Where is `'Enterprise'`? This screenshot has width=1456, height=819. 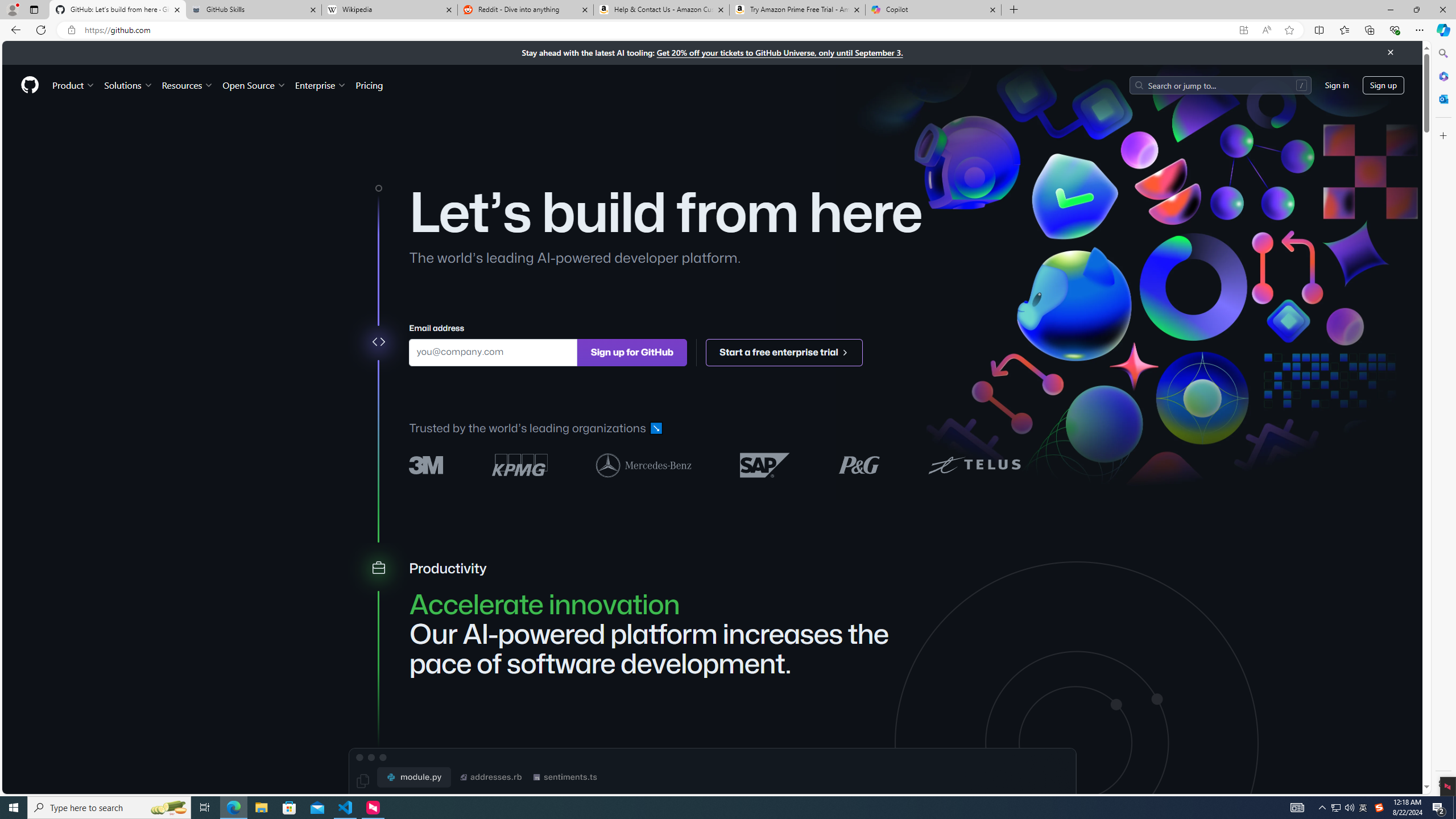
'Enterprise' is located at coordinates (320, 85).